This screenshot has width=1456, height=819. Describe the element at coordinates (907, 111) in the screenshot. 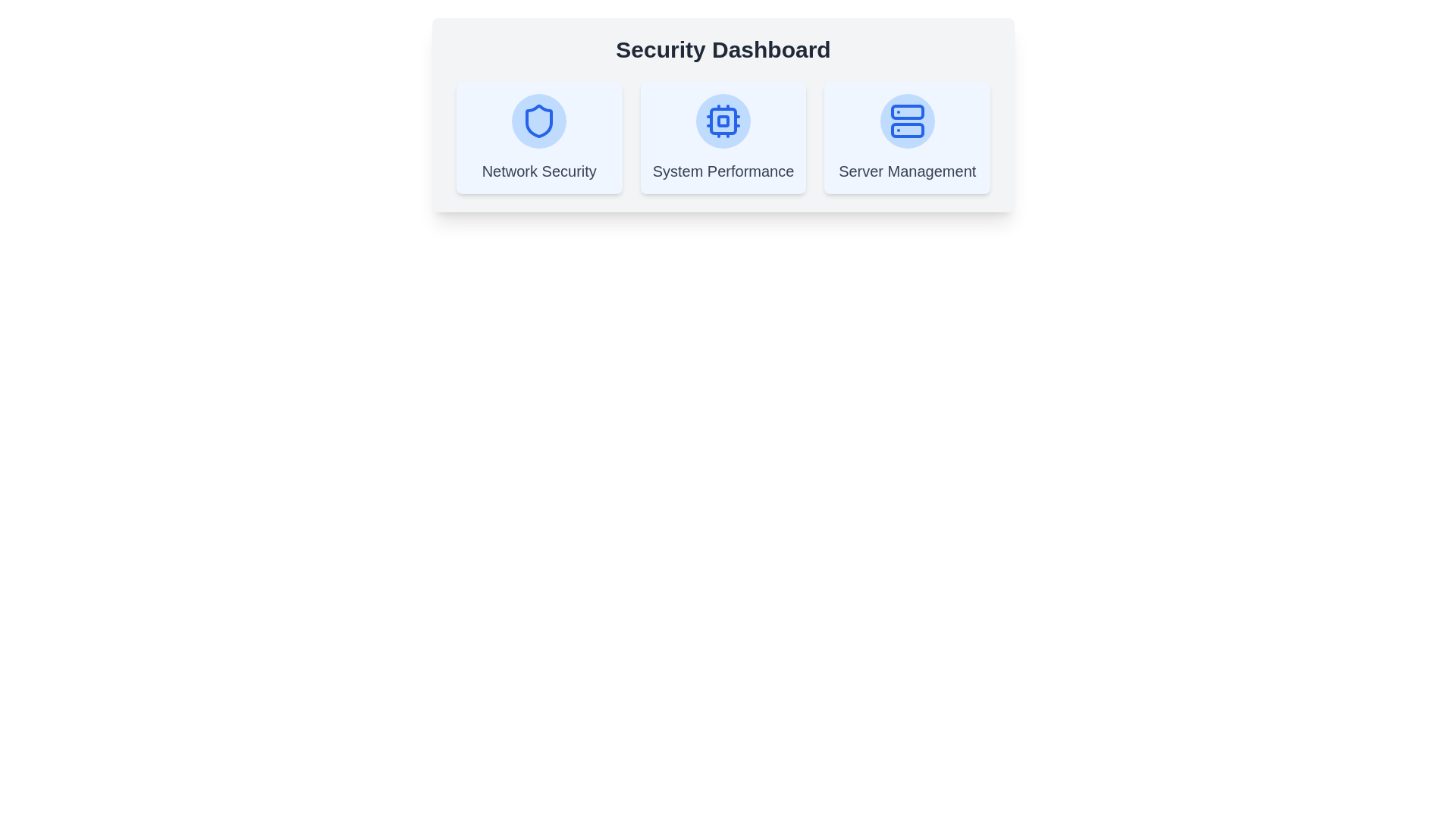

I see `the SVG Rectangle, which is a rounded rectangle located at the upper part of the 'server' icon, positioned to the right of the 'network' and 'performance' icons` at that location.